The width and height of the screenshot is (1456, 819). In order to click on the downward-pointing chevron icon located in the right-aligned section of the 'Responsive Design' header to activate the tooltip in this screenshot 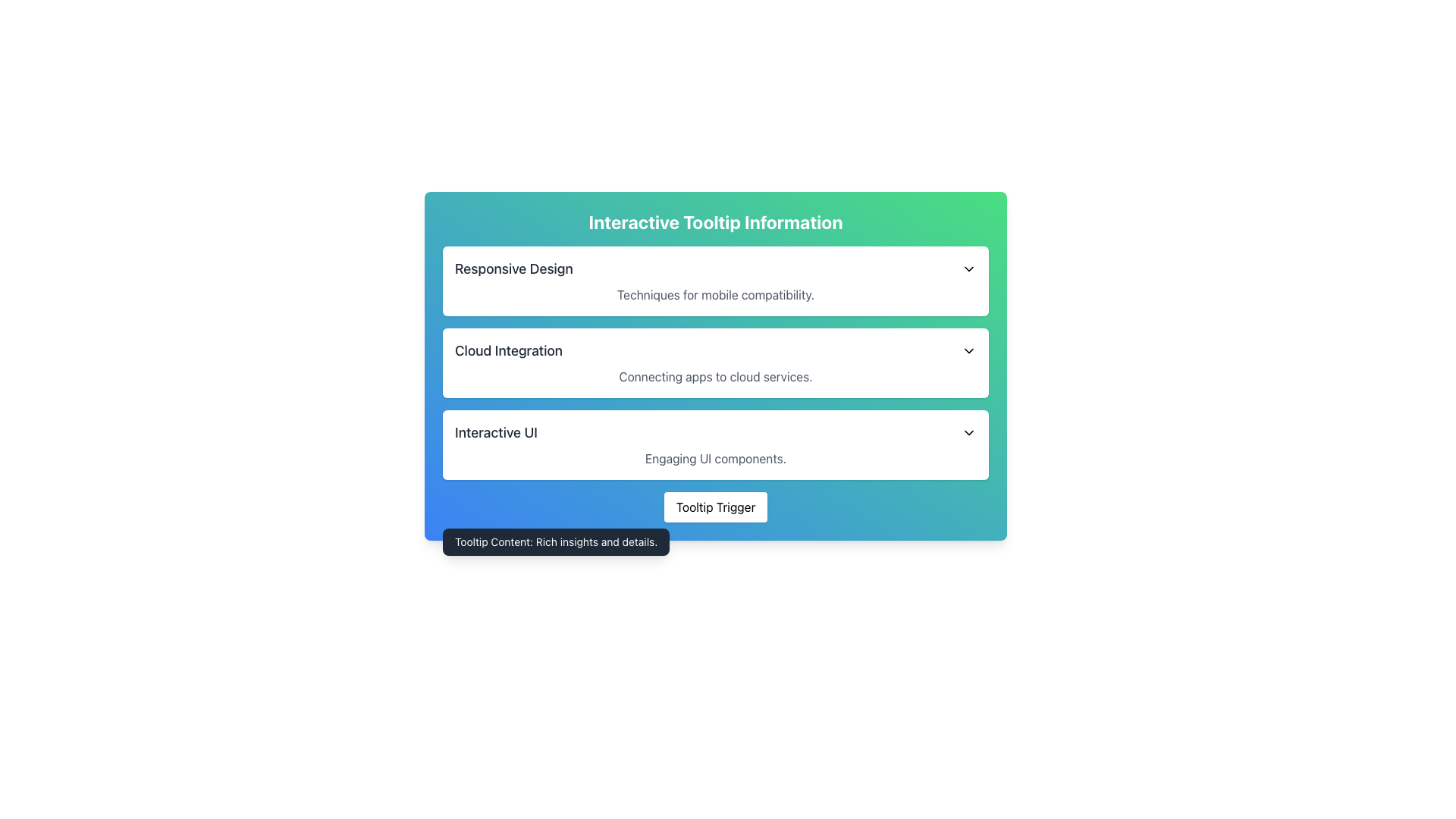, I will do `click(968, 268)`.